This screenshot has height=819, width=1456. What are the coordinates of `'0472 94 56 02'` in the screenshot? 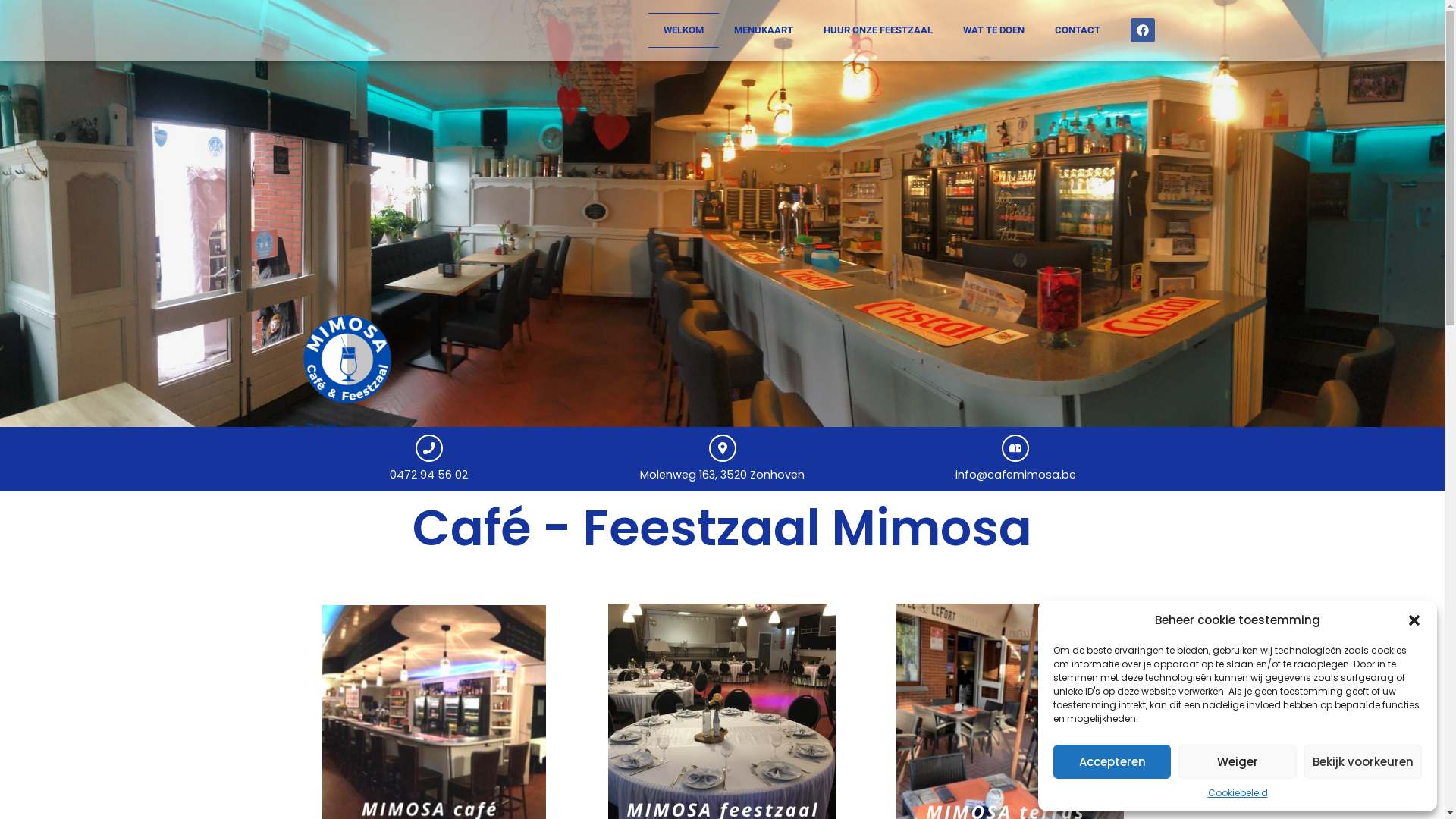 It's located at (428, 473).